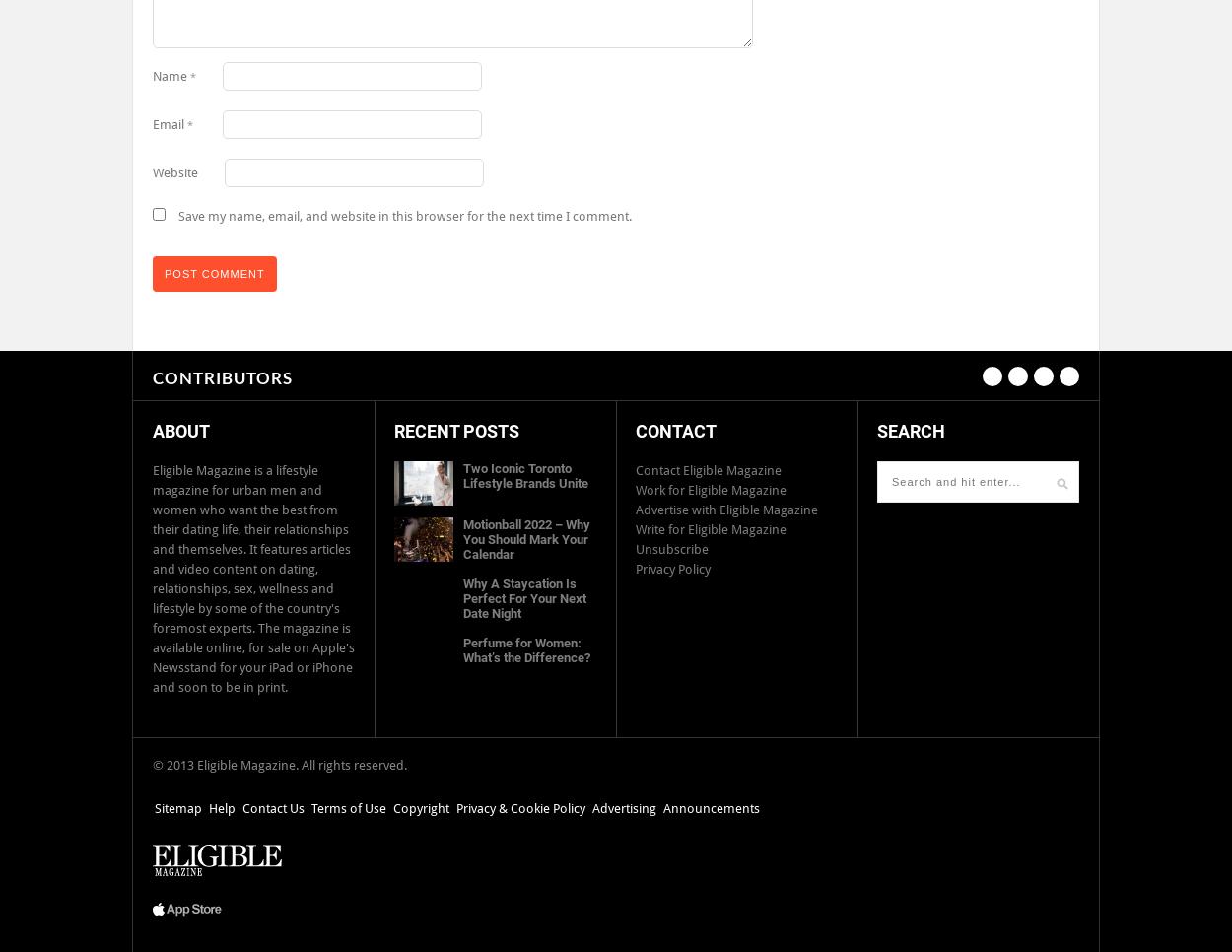 The height and width of the screenshot is (952, 1232). Describe the element at coordinates (208, 808) in the screenshot. I see `'Help'` at that location.